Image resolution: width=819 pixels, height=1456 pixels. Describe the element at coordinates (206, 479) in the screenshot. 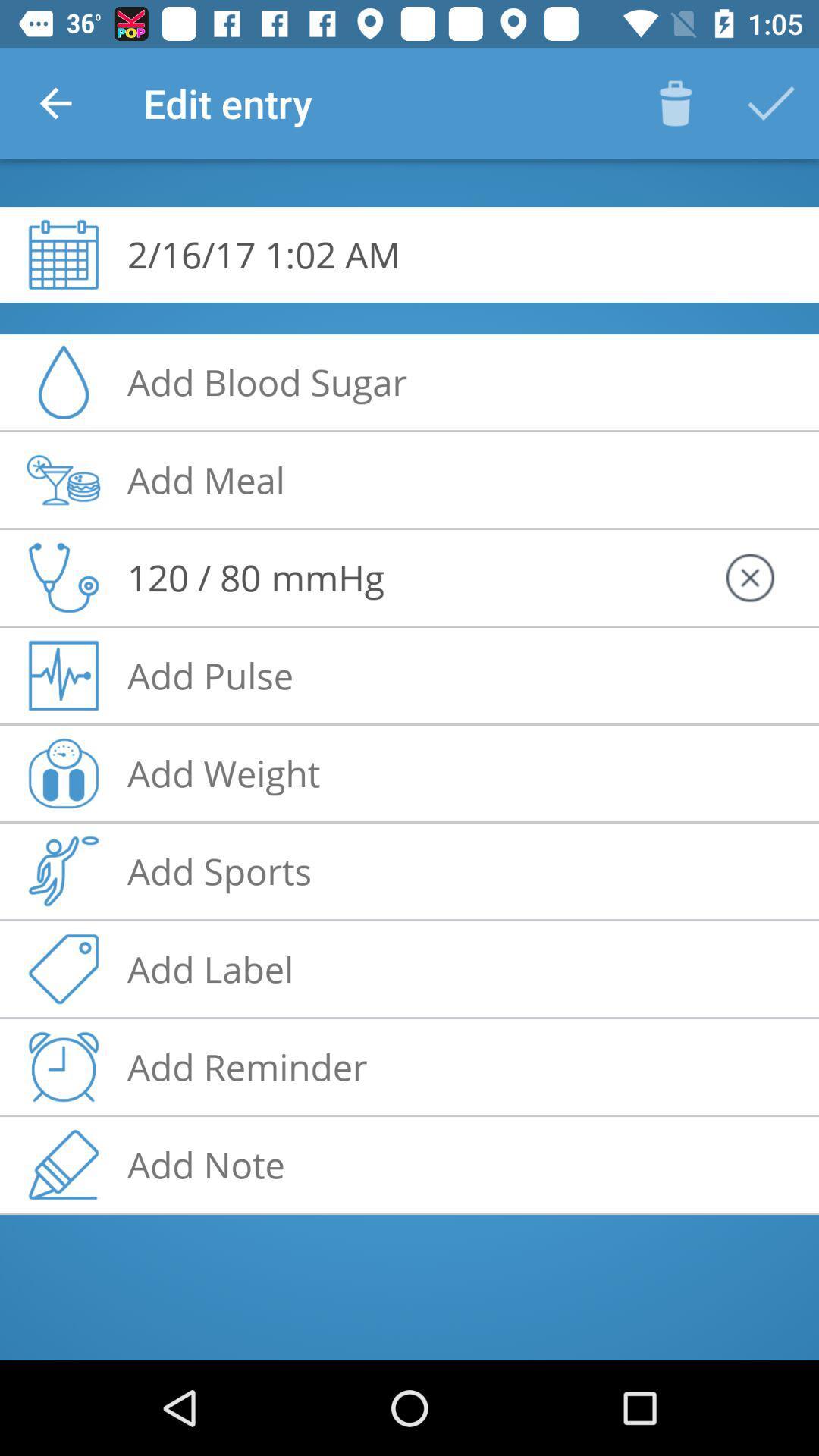

I see `the text below add blood sugar` at that location.